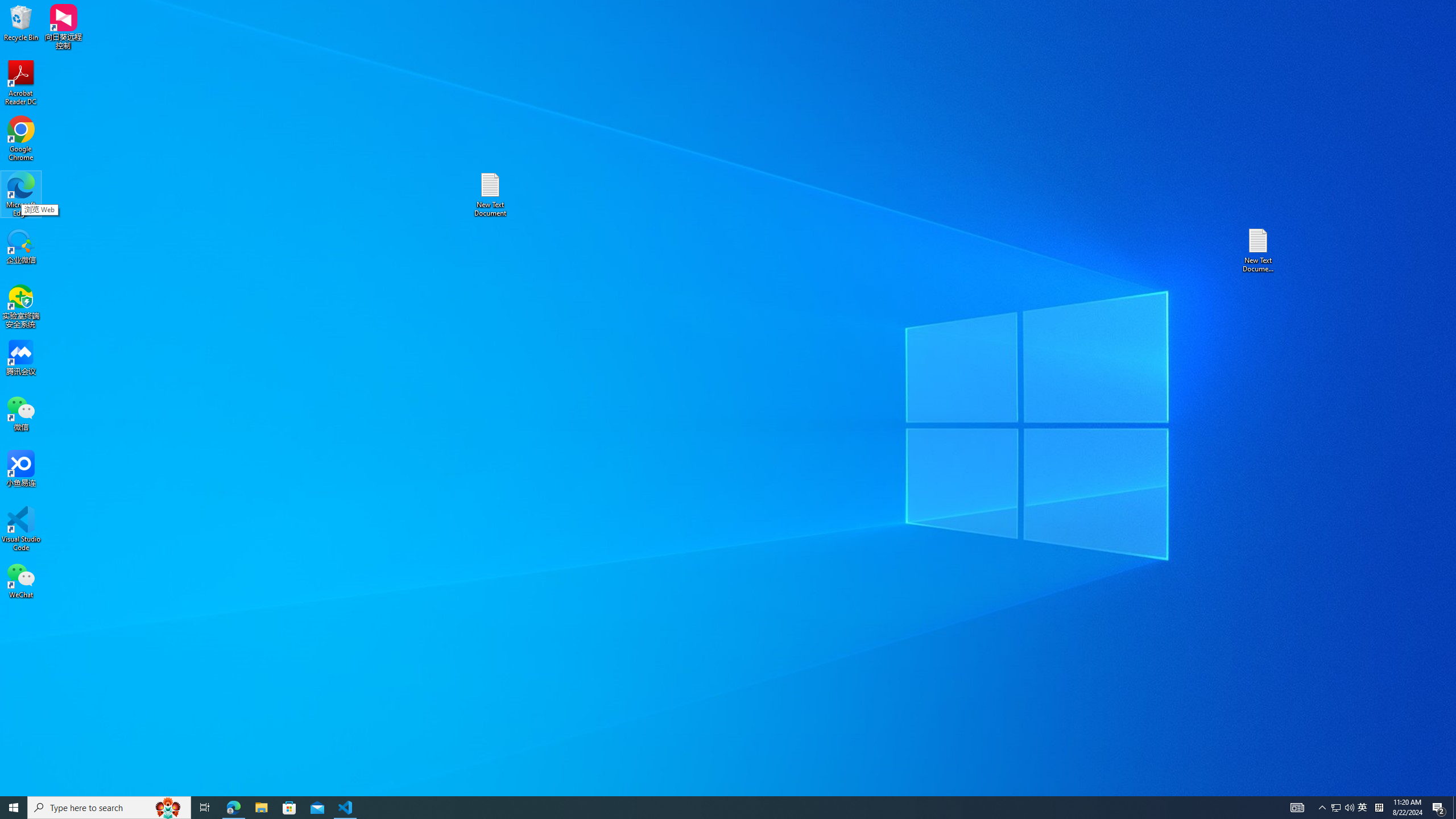 Image resolution: width=1456 pixels, height=819 pixels. I want to click on 'Tray Input Indicator - Chinese (Simplified, China)', so click(1379, 806).